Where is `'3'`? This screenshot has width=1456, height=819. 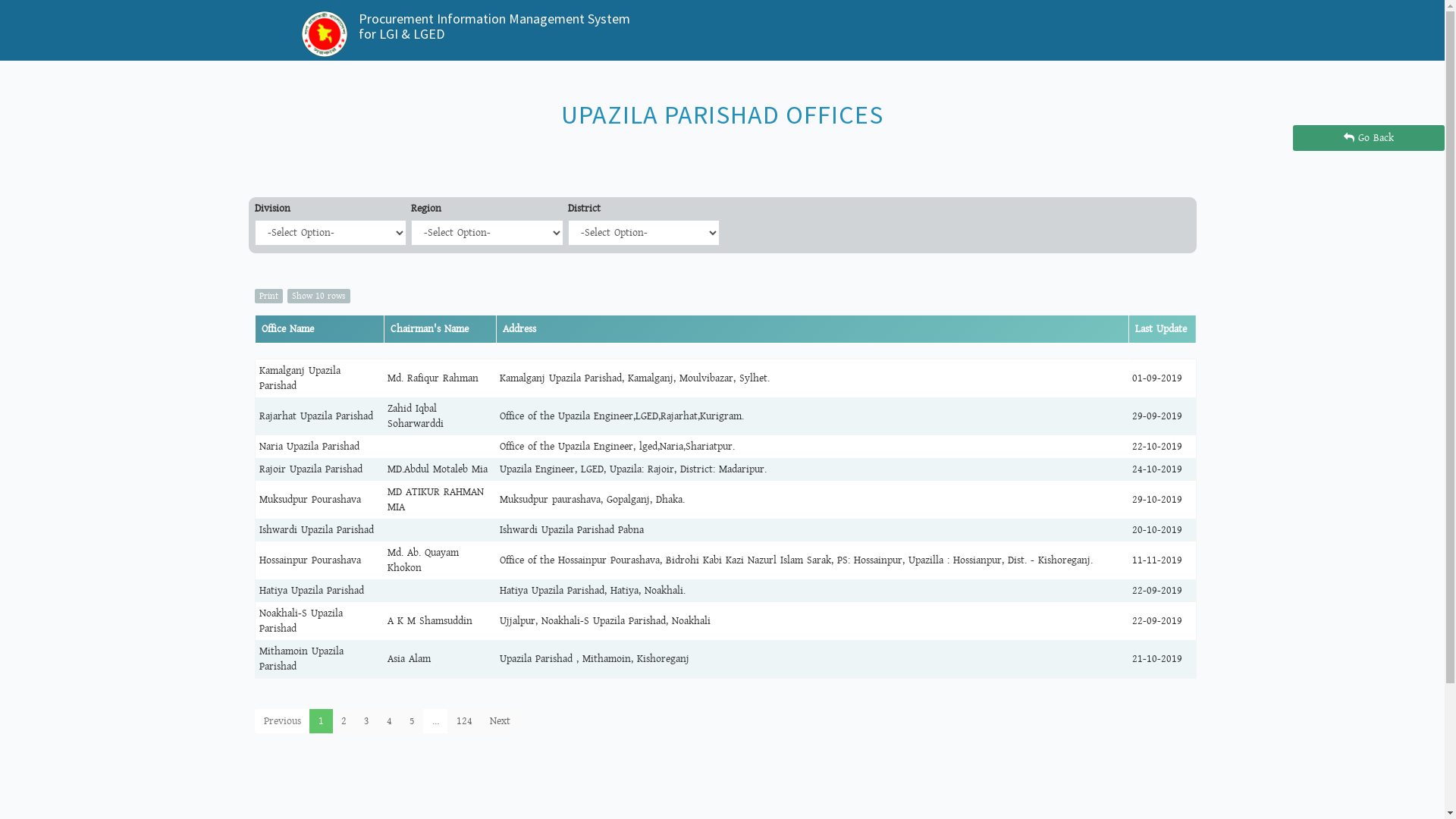
'3' is located at coordinates (366, 720).